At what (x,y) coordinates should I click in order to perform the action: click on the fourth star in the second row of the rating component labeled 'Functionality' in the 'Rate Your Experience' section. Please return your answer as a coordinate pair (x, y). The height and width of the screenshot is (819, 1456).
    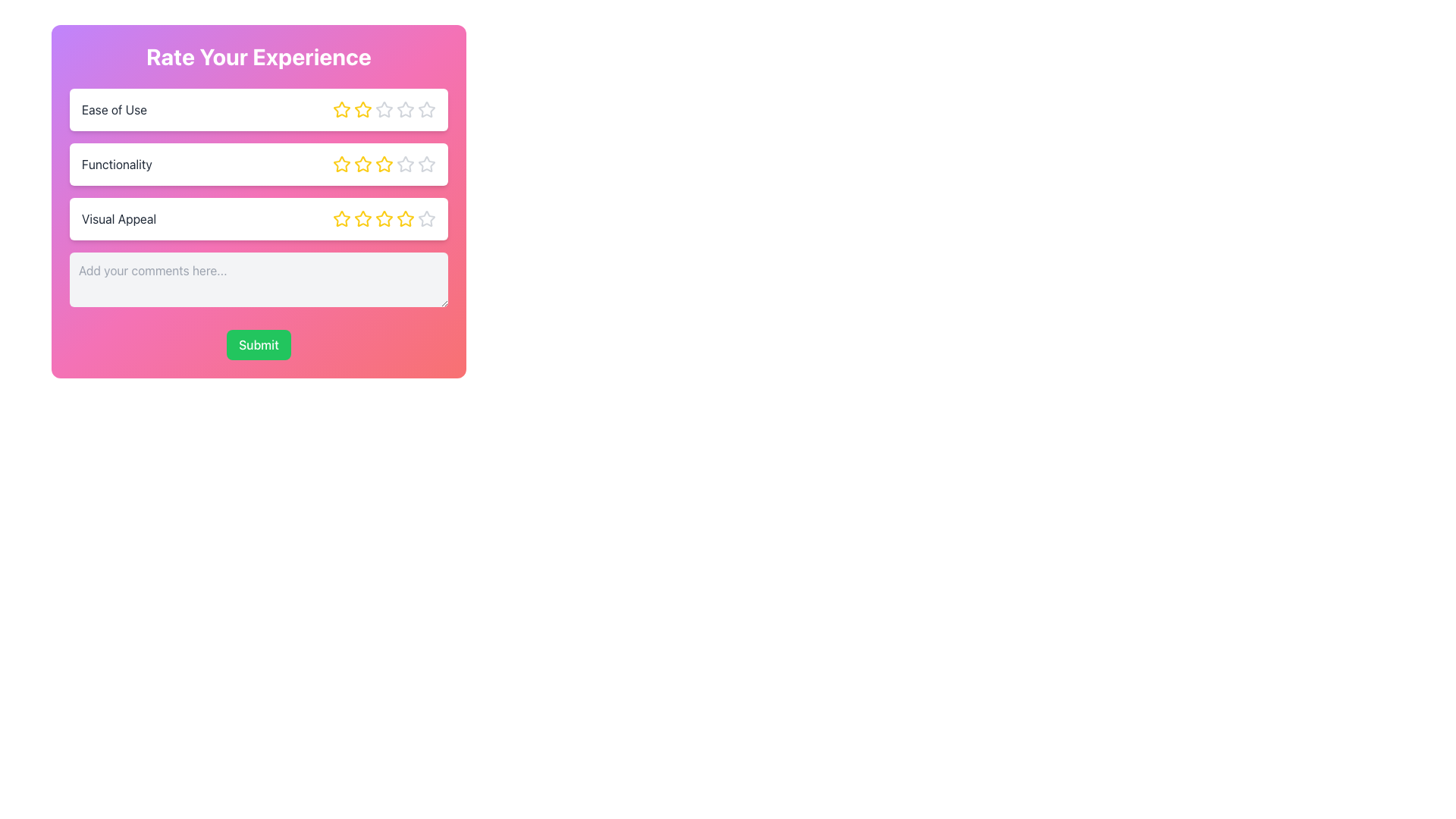
    Looking at the image, I should click on (384, 164).